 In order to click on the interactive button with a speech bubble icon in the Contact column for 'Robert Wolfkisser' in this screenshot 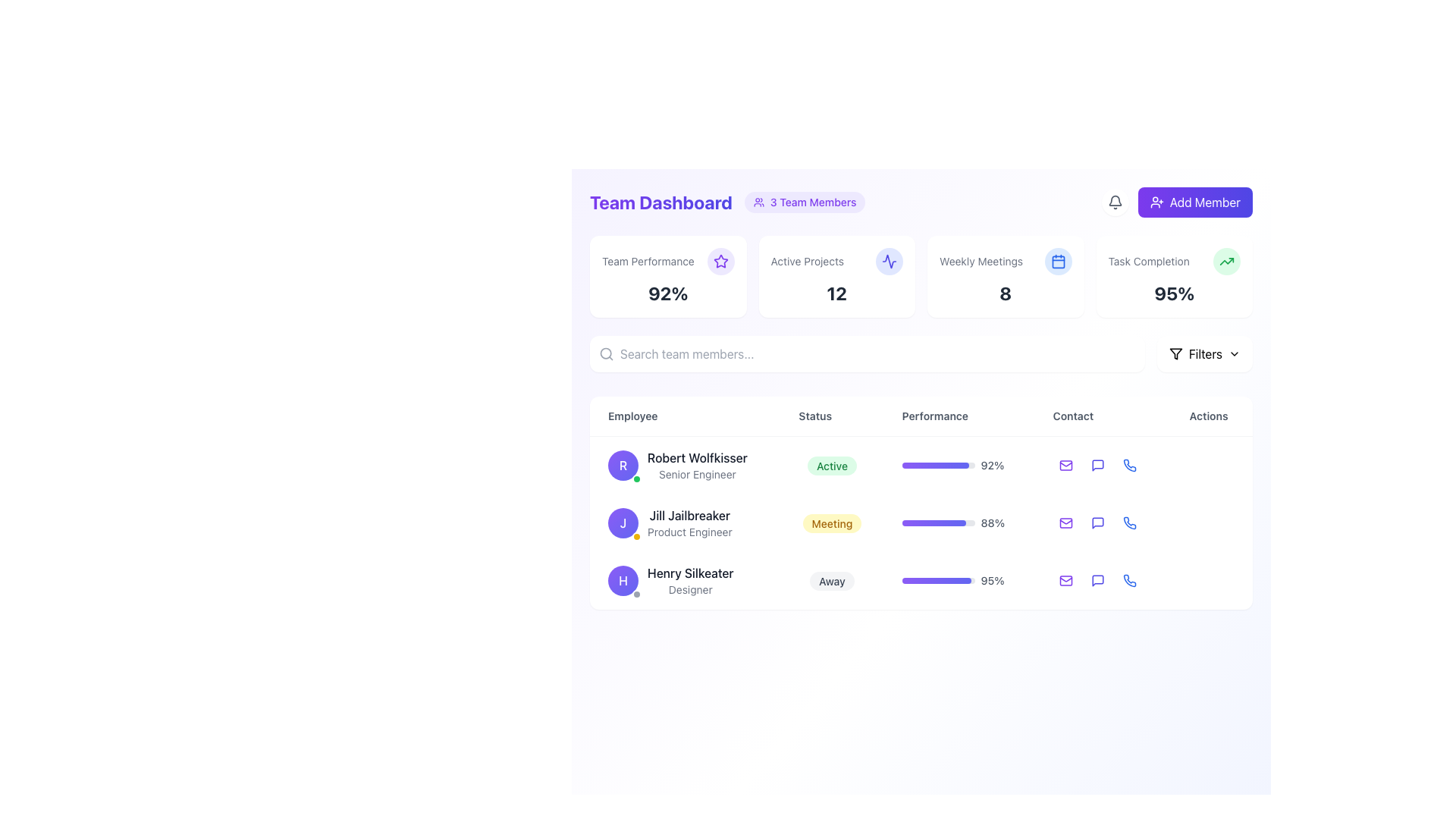, I will do `click(1097, 464)`.